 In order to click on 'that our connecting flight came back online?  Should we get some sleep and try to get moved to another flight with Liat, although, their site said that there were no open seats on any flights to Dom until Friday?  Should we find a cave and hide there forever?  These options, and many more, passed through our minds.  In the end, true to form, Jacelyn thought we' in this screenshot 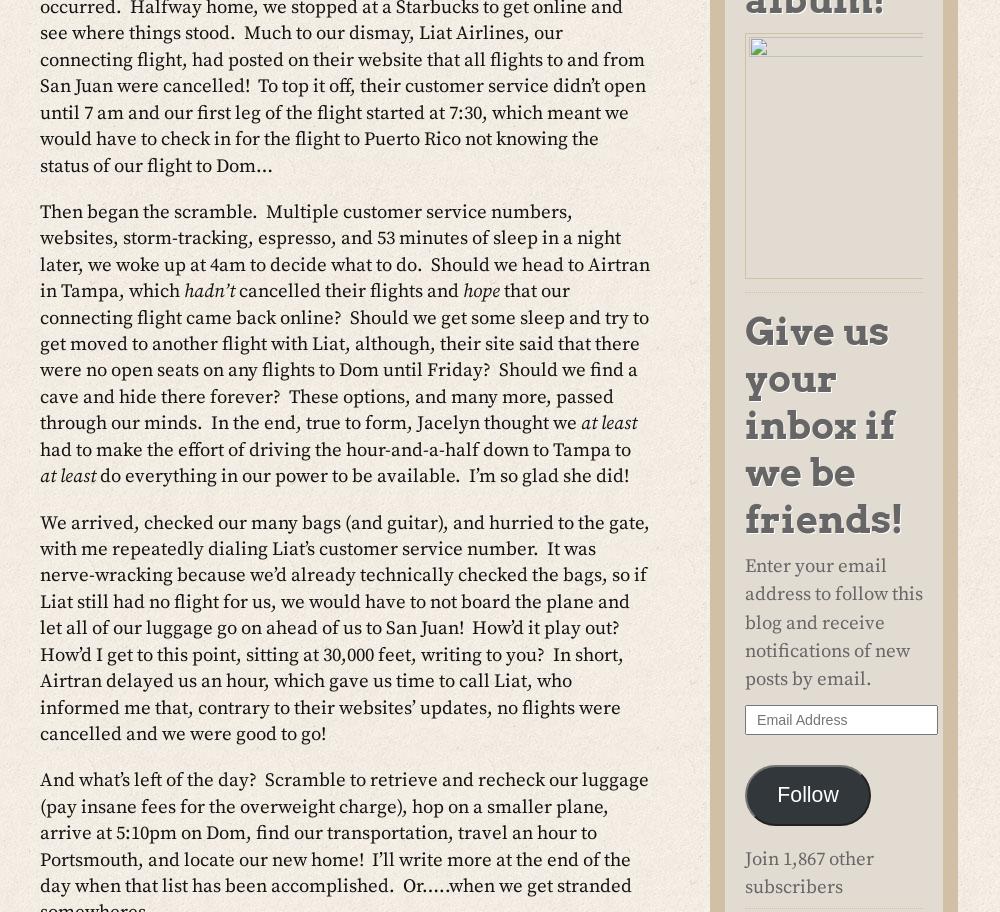, I will do `click(343, 356)`.